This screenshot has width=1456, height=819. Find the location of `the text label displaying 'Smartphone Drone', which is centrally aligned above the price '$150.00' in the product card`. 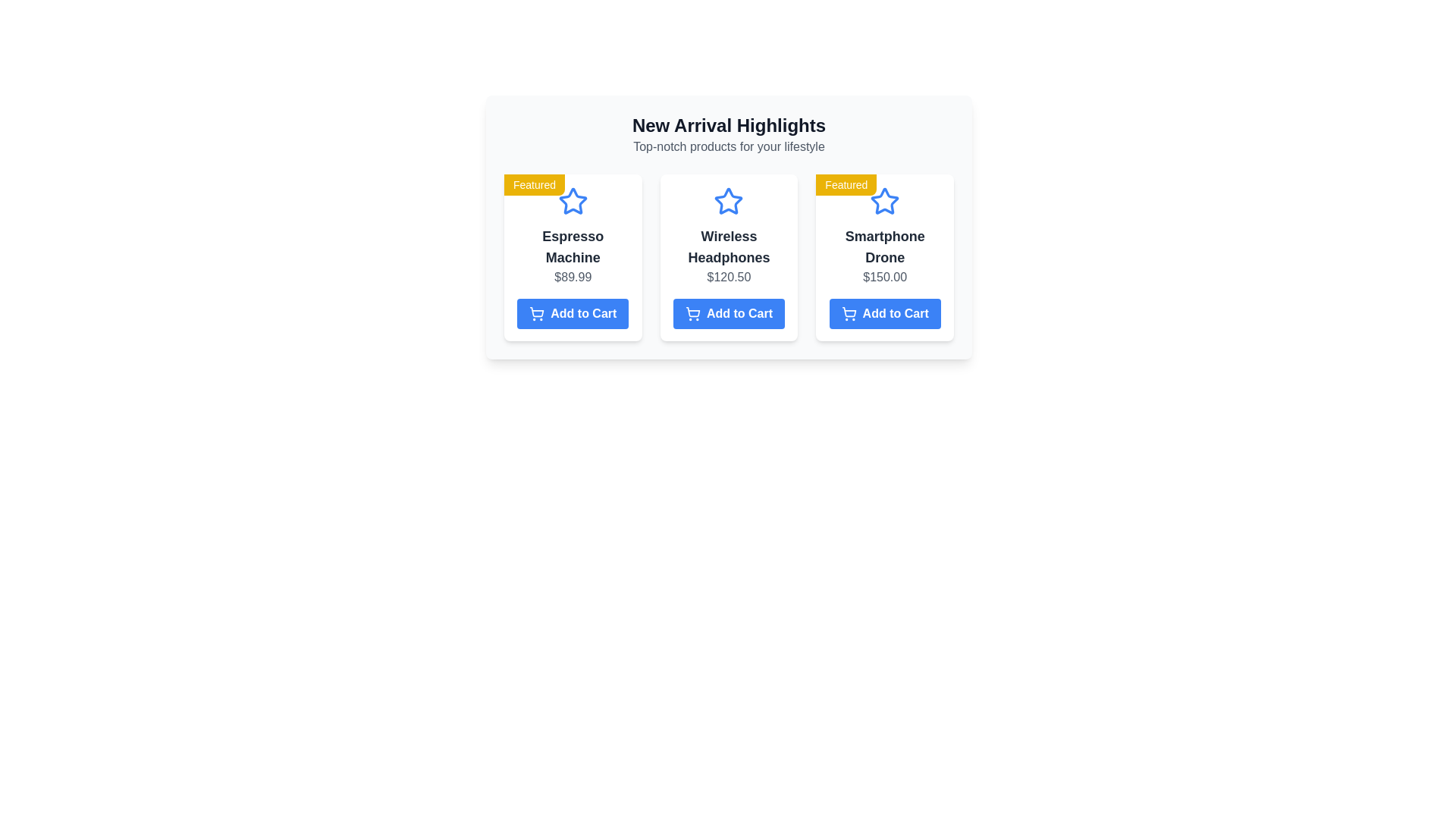

the text label displaying 'Smartphone Drone', which is centrally aligned above the price '$150.00' in the product card is located at coordinates (885, 246).